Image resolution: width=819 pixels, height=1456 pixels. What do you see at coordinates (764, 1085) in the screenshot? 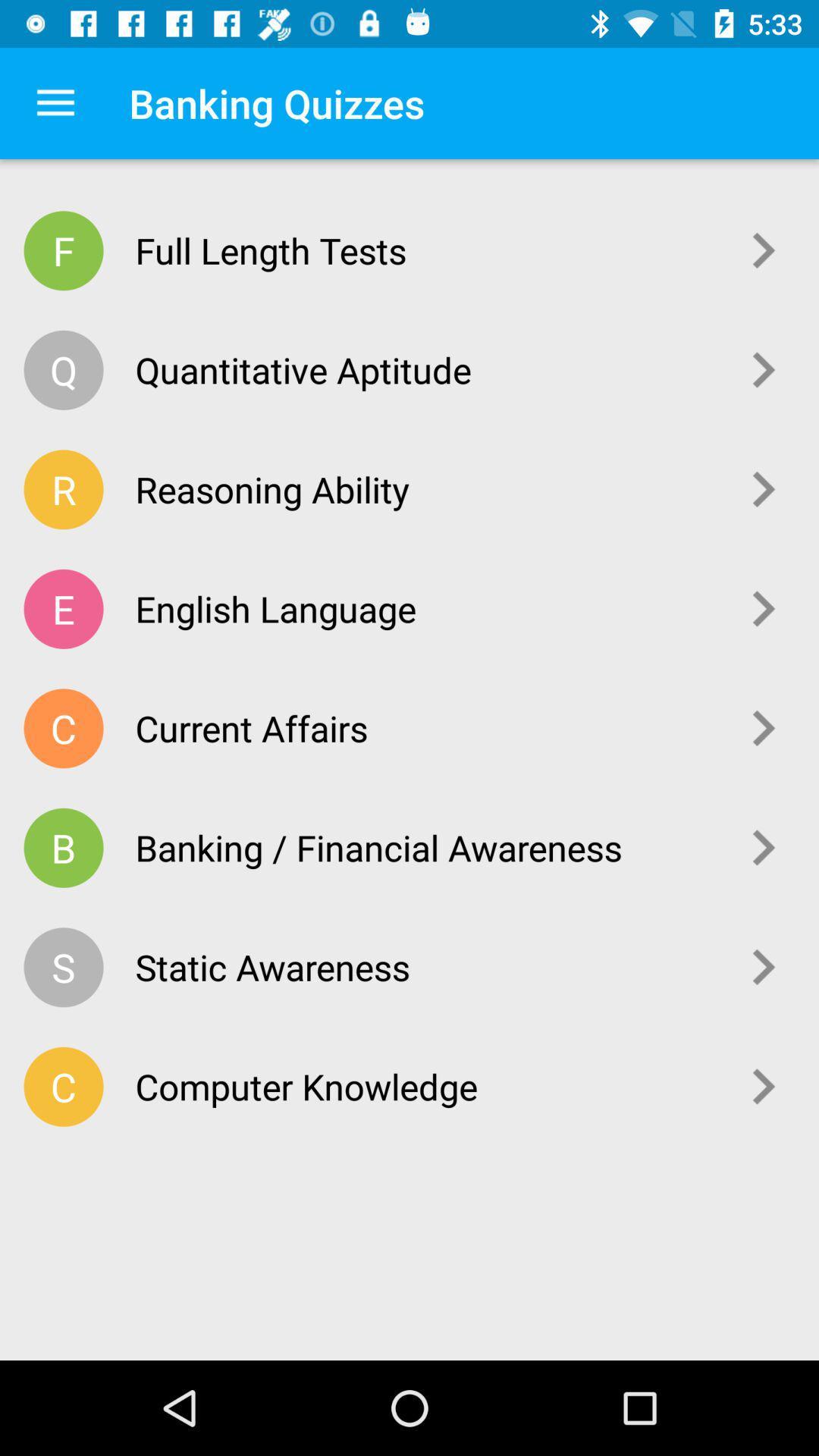
I see `the icon next to the computer knowledge item` at bounding box center [764, 1085].